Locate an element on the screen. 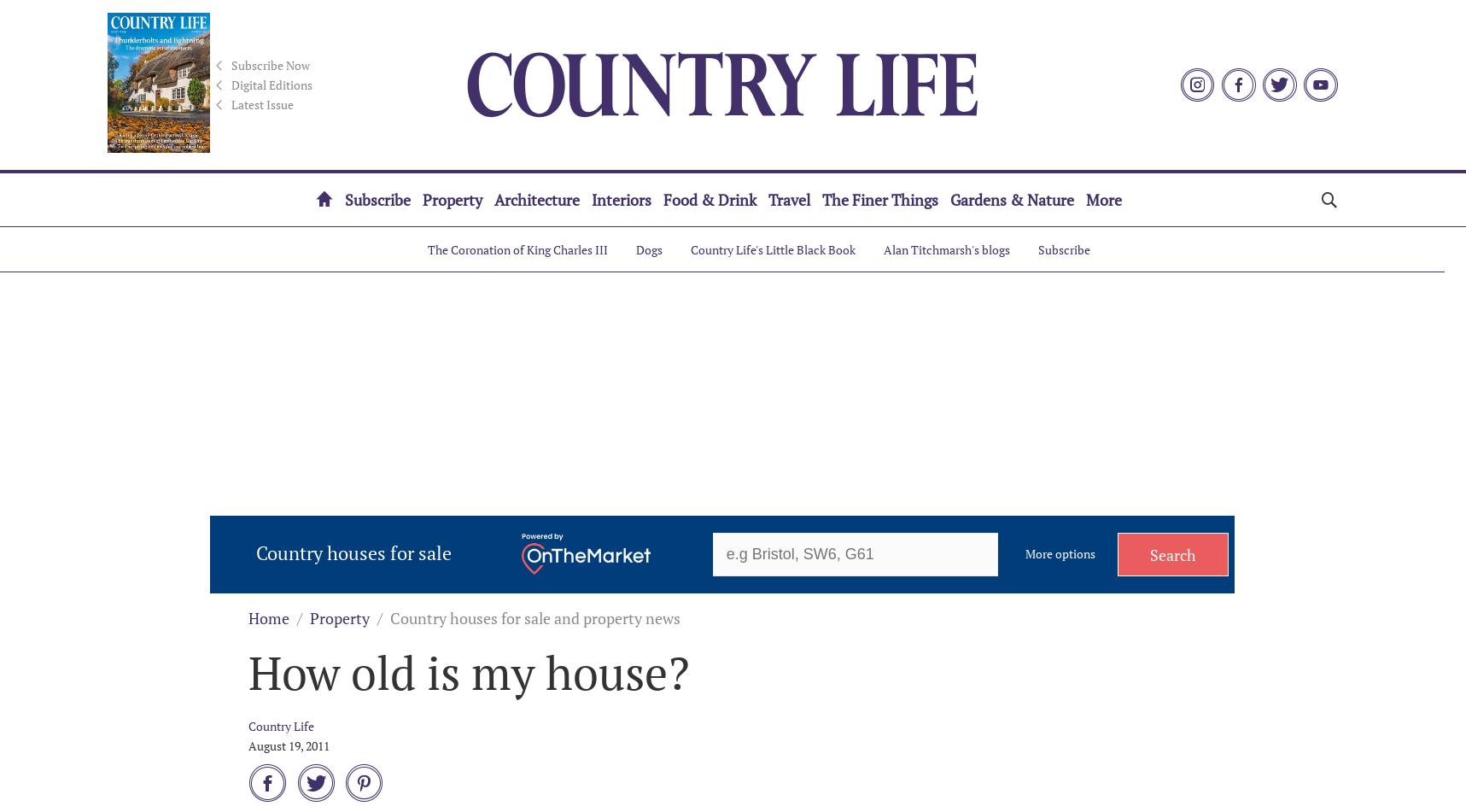 This screenshot has height=812, width=1466. 'How old is my house?' is located at coordinates (469, 671).